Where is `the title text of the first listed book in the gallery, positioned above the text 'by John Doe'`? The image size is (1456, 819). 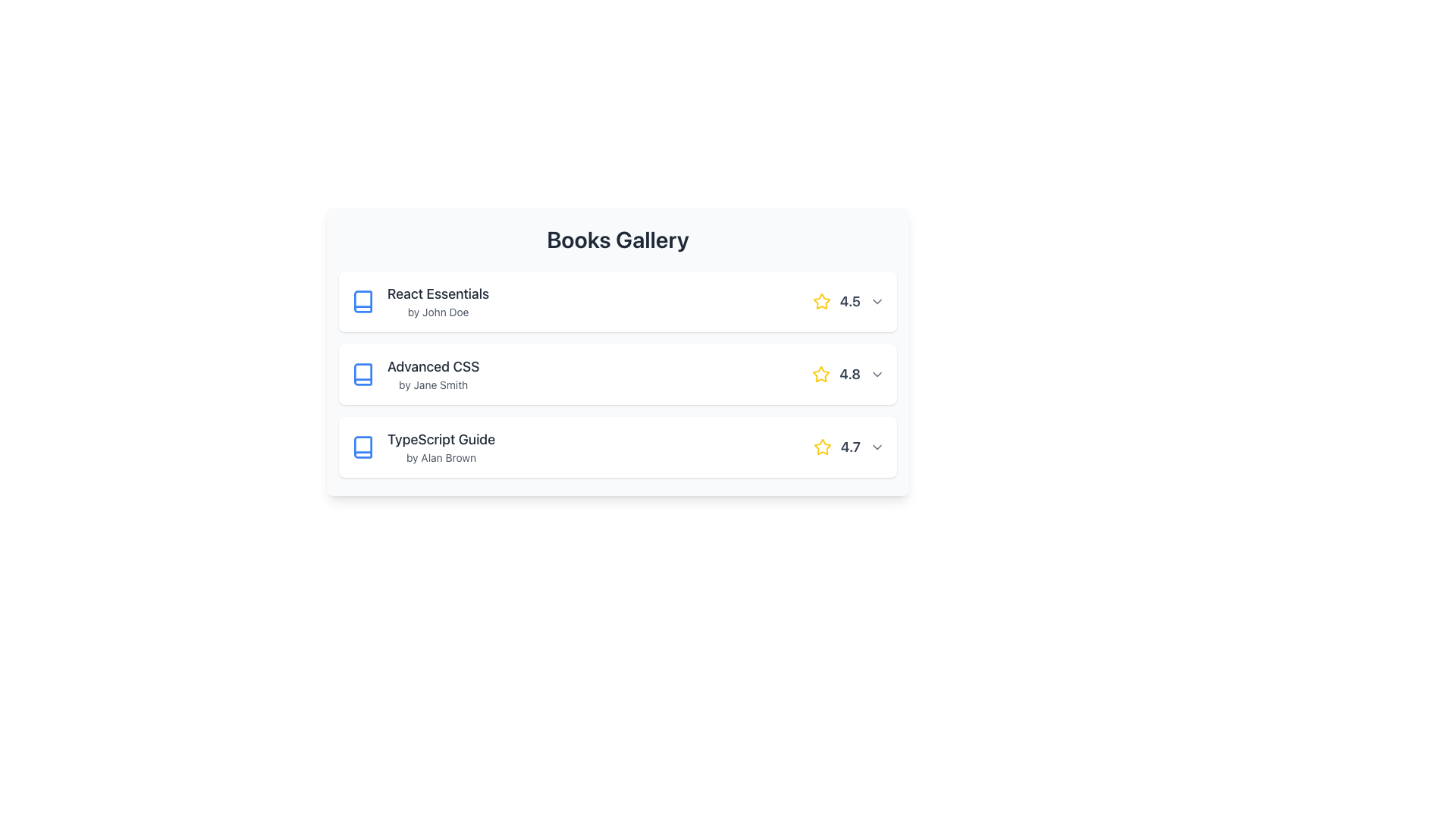
the title text of the first listed book in the gallery, positioned above the text 'by John Doe' is located at coordinates (438, 294).